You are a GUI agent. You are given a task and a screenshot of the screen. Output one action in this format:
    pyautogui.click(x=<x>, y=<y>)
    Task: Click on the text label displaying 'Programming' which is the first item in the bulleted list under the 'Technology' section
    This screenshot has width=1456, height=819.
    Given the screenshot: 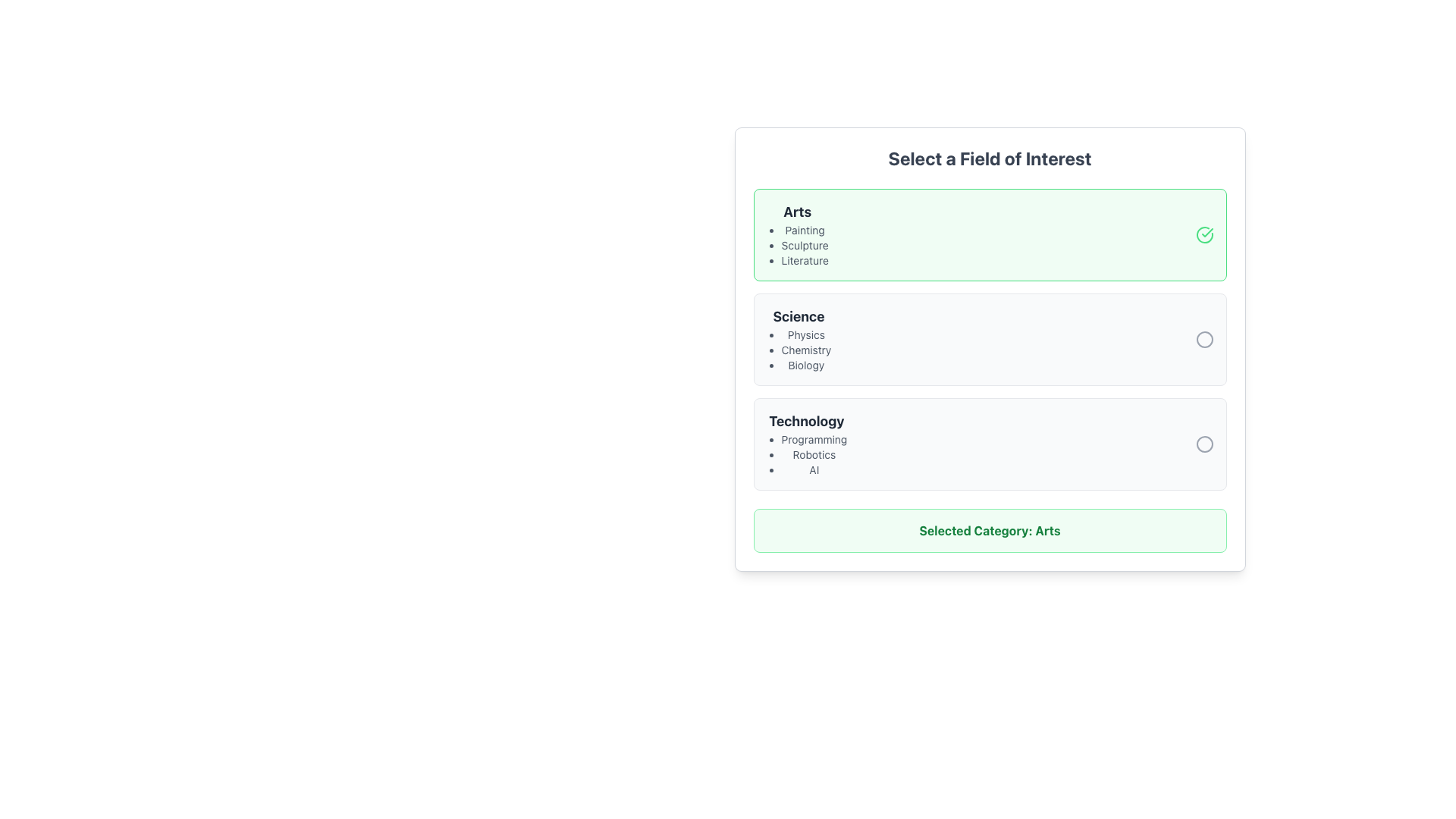 What is the action you would take?
    pyautogui.click(x=813, y=439)
    